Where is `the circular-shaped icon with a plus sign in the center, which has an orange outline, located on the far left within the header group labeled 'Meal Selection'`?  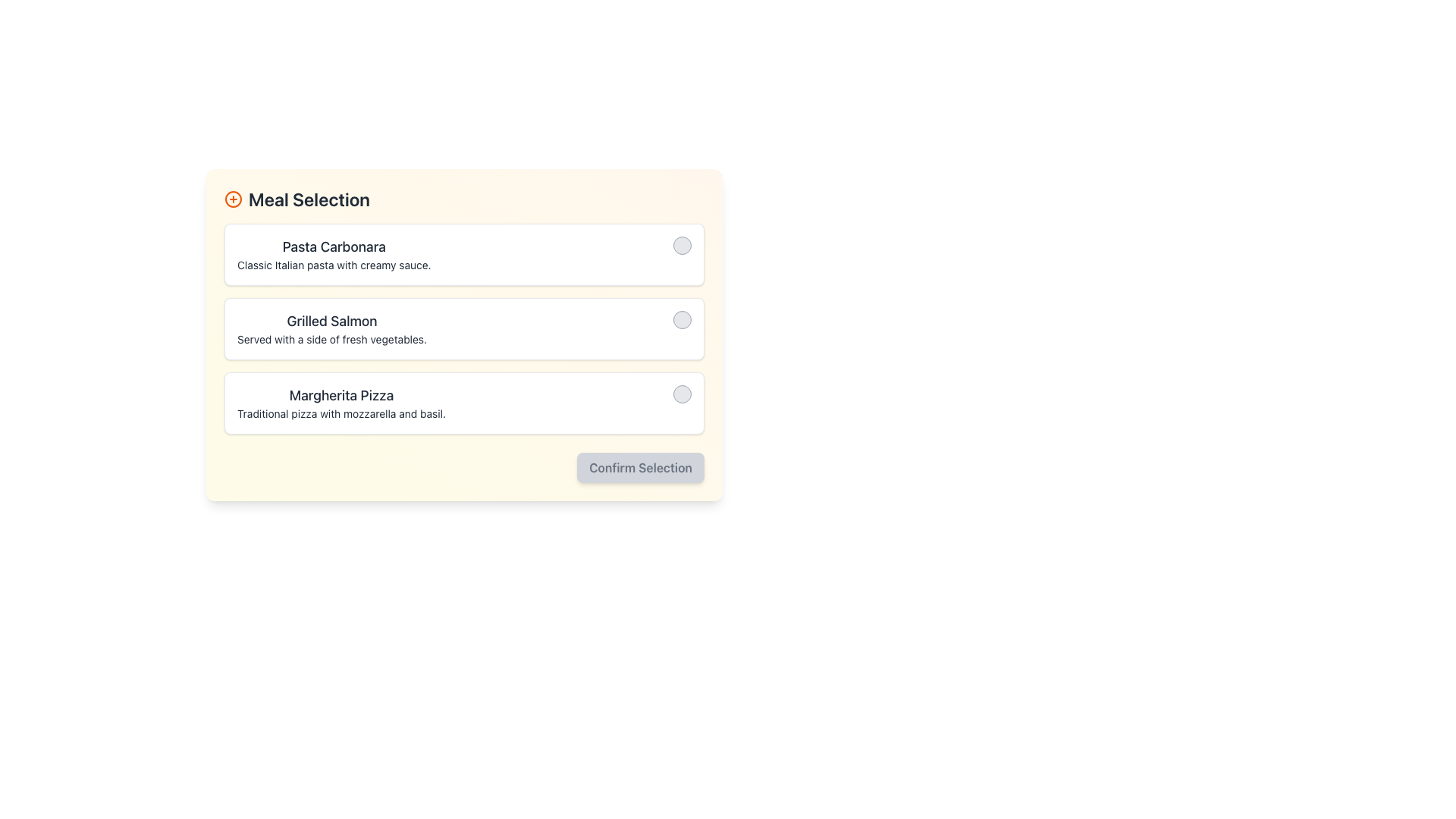
the circular-shaped icon with a plus sign in the center, which has an orange outline, located on the far left within the header group labeled 'Meal Selection' is located at coordinates (232, 198).